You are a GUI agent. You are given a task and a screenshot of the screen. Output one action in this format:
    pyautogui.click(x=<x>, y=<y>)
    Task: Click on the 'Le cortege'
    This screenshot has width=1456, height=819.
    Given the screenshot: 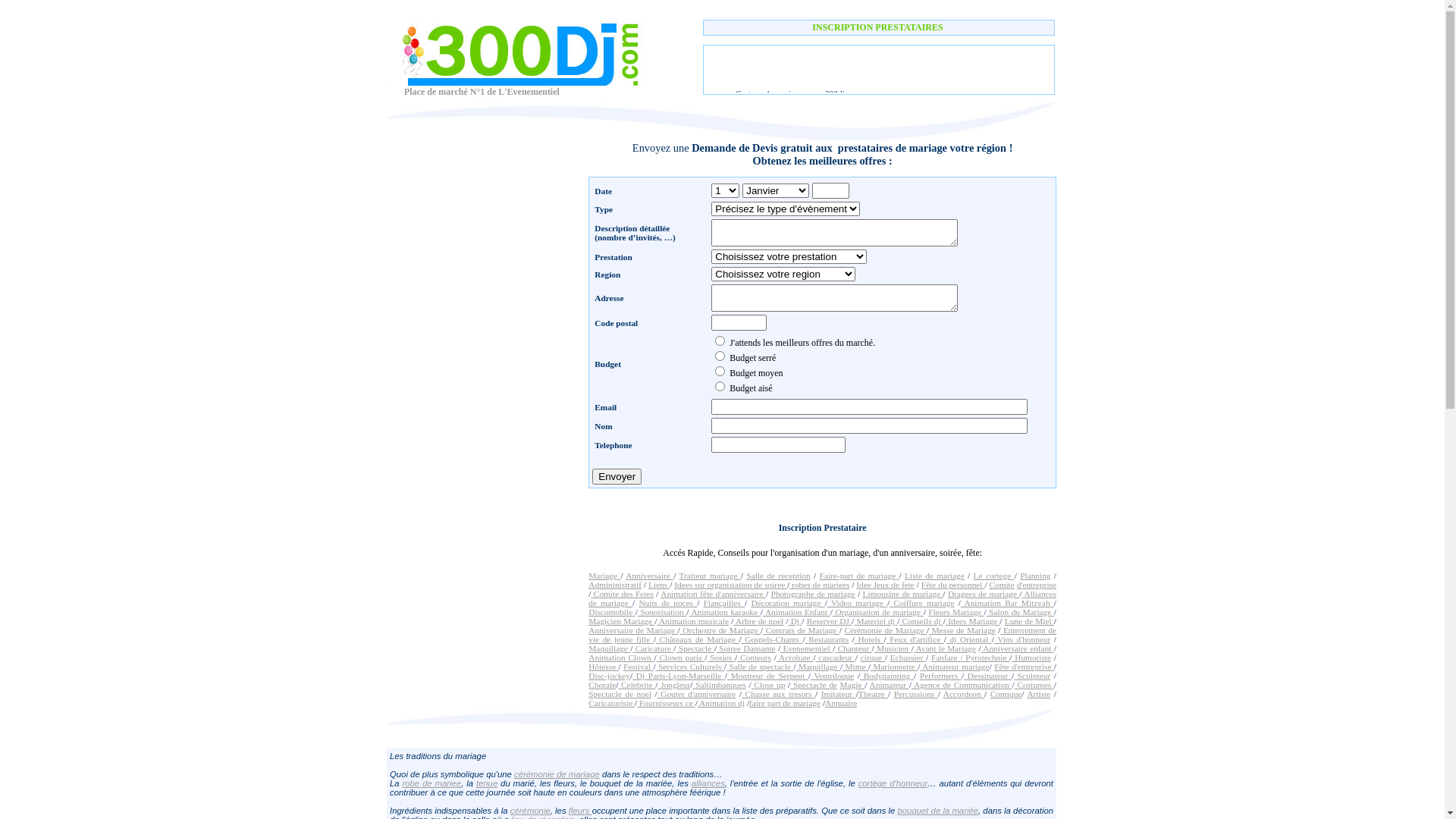 What is the action you would take?
    pyautogui.click(x=993, y=576)
    